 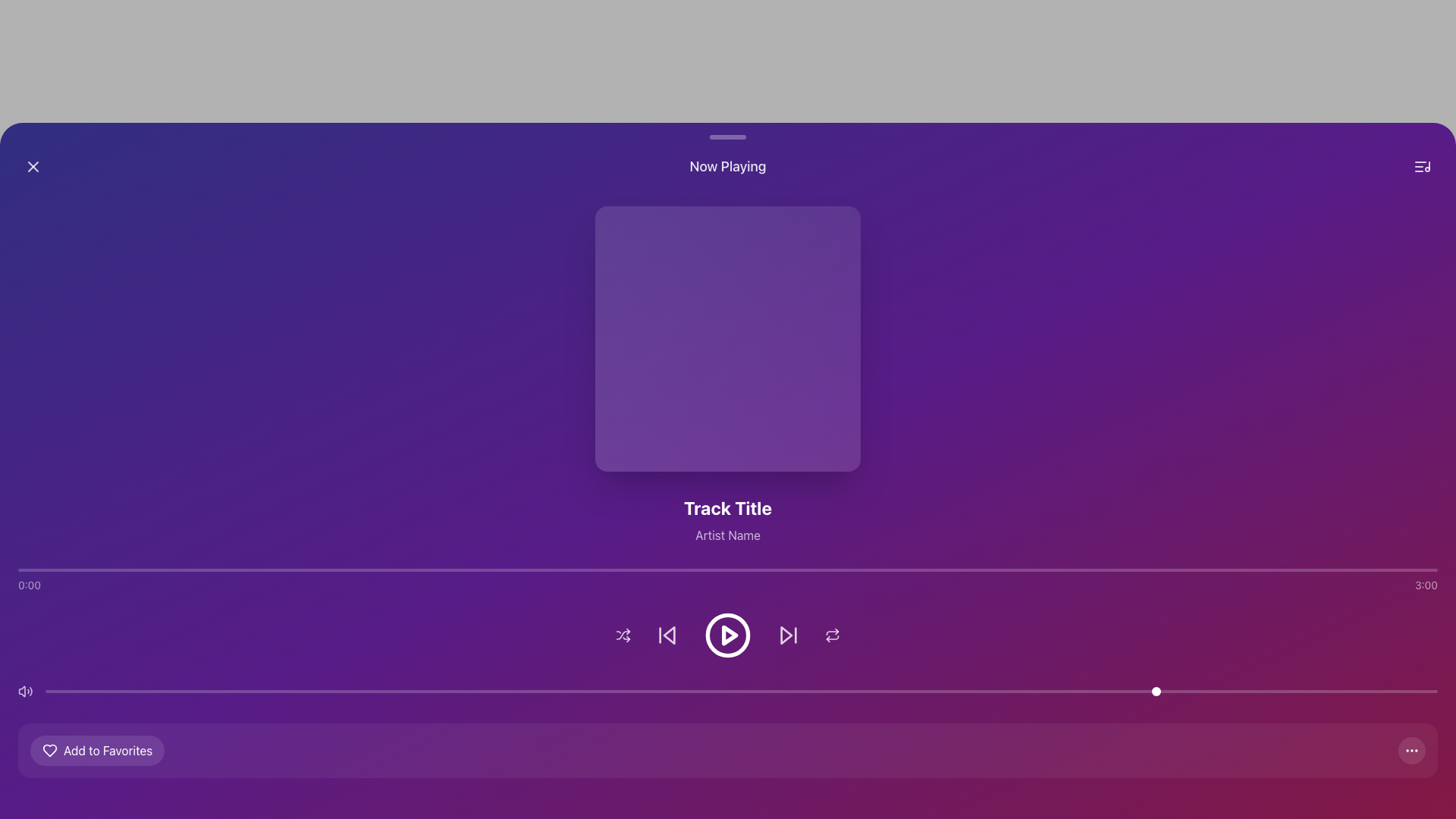 I want to click on the Static Label element displaying '3:00', which is positioned at the far right of a horizontal bar, so click(x=1426, y=584).